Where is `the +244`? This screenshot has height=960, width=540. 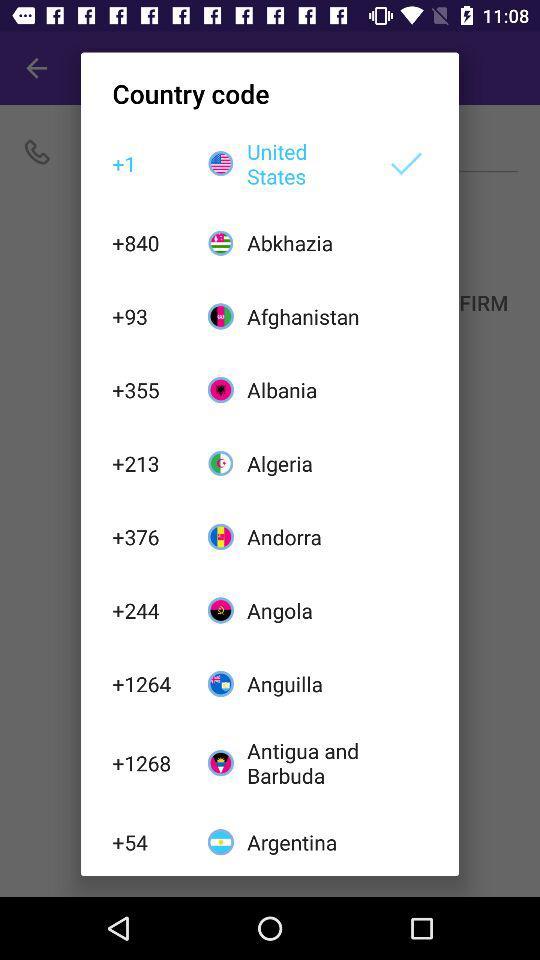
the +244 is located at coordinates (148, 609).